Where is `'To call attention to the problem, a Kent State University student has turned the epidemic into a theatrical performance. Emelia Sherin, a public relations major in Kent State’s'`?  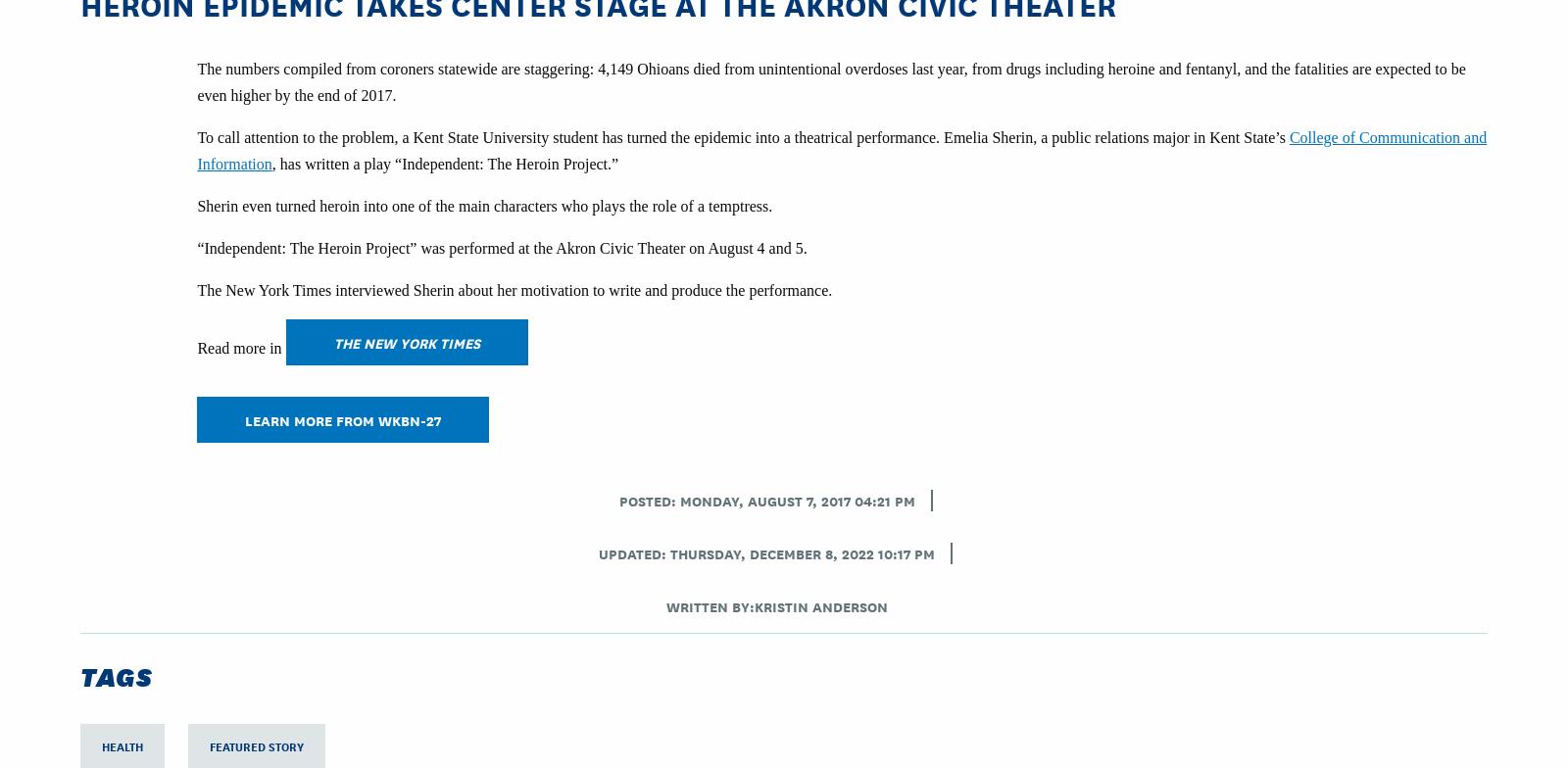
'To call attention to the problem, a Kent State University student has turned the epidemic into a theatrical performance. Emelia Sherin, a public relations major in Kent State’s' is located at coordinates (743, 137).